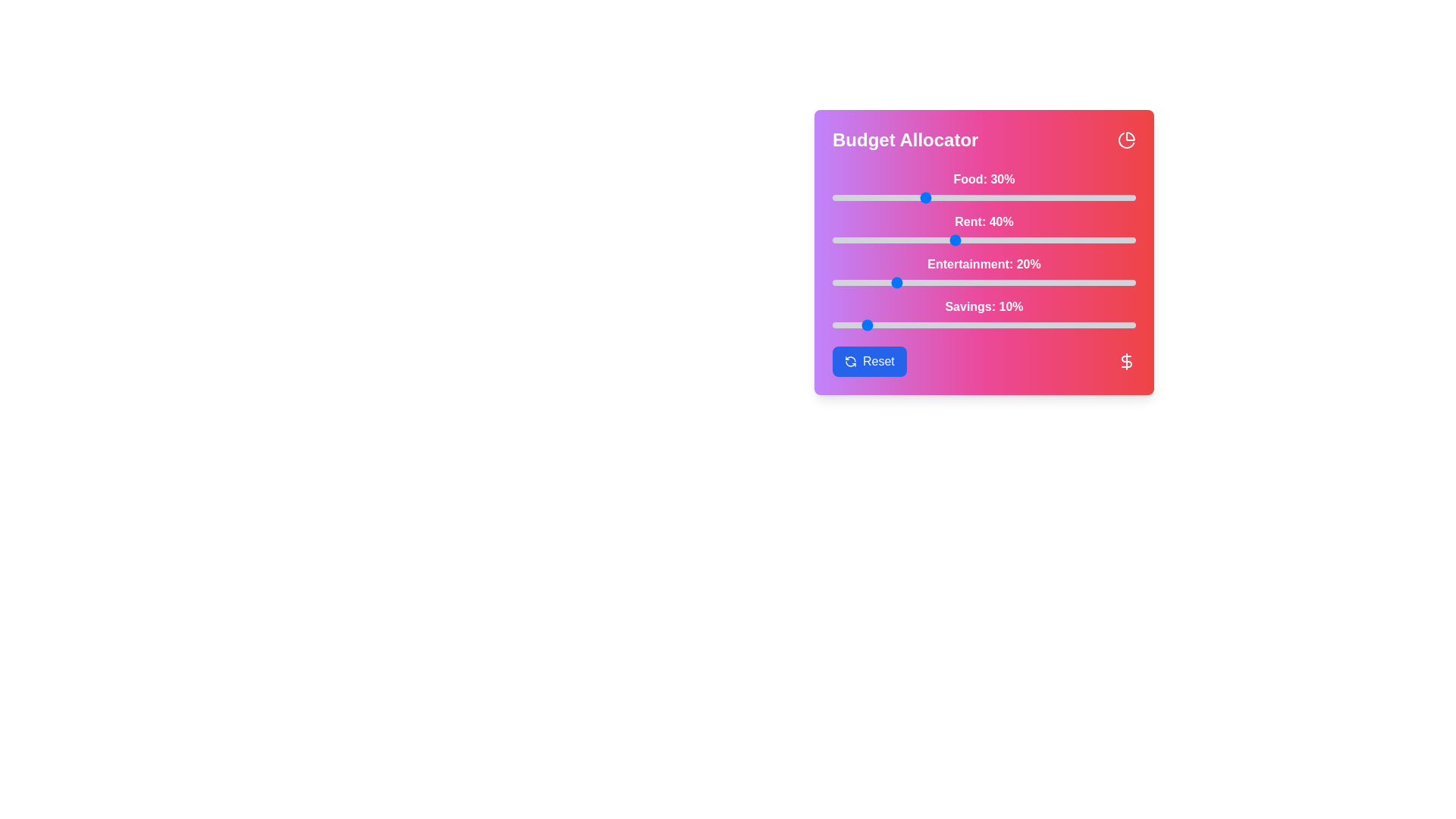  I want to click on the savings percentage, so click(1127, 324).